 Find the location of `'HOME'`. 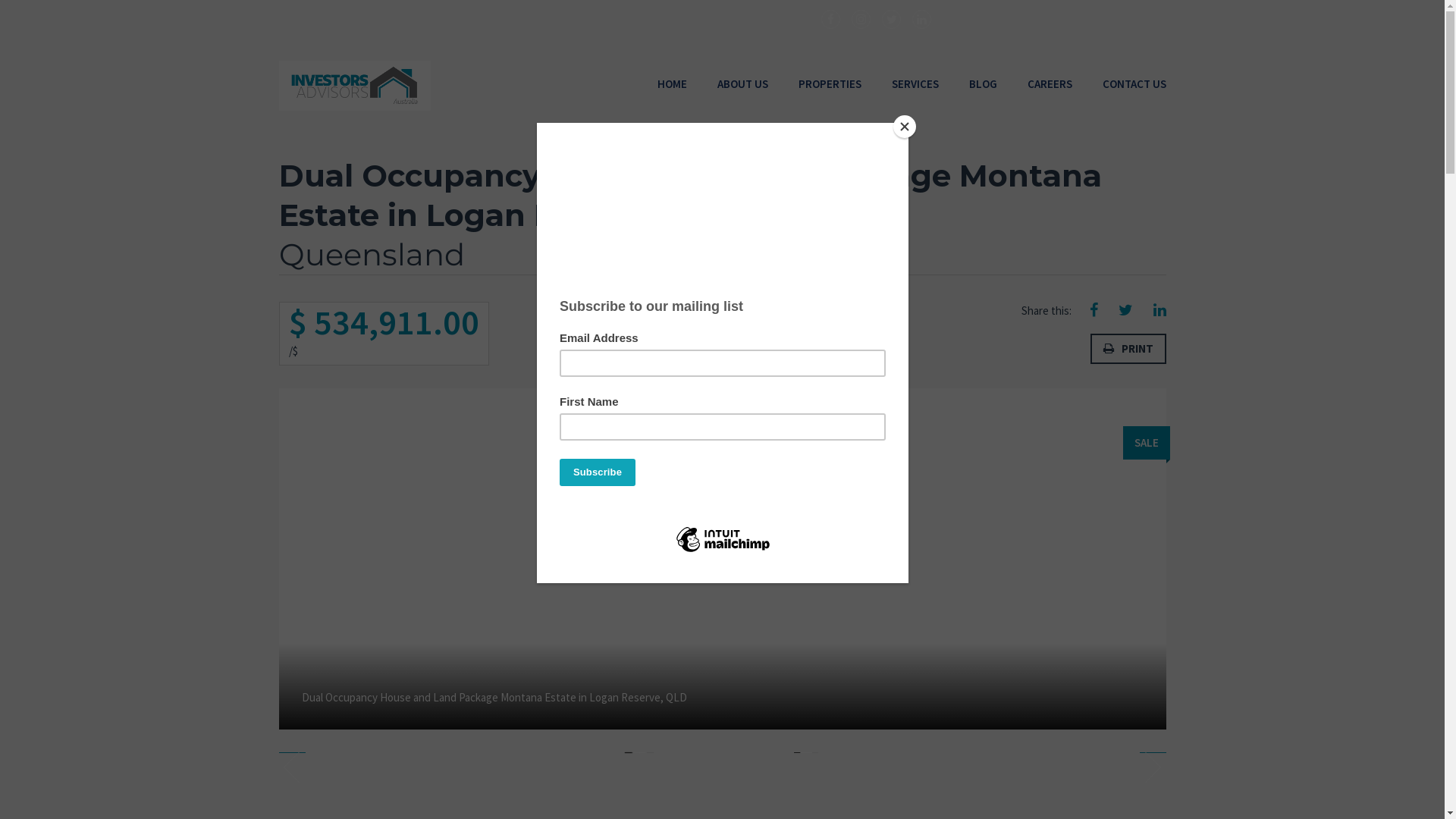

'HOME' is located at coordinates (670, 84).